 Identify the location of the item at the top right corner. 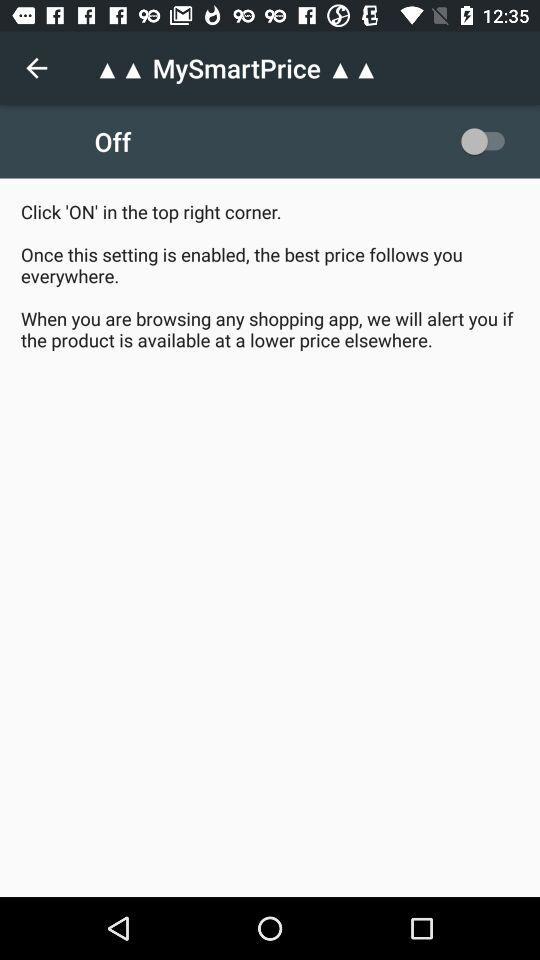
(486, 140).